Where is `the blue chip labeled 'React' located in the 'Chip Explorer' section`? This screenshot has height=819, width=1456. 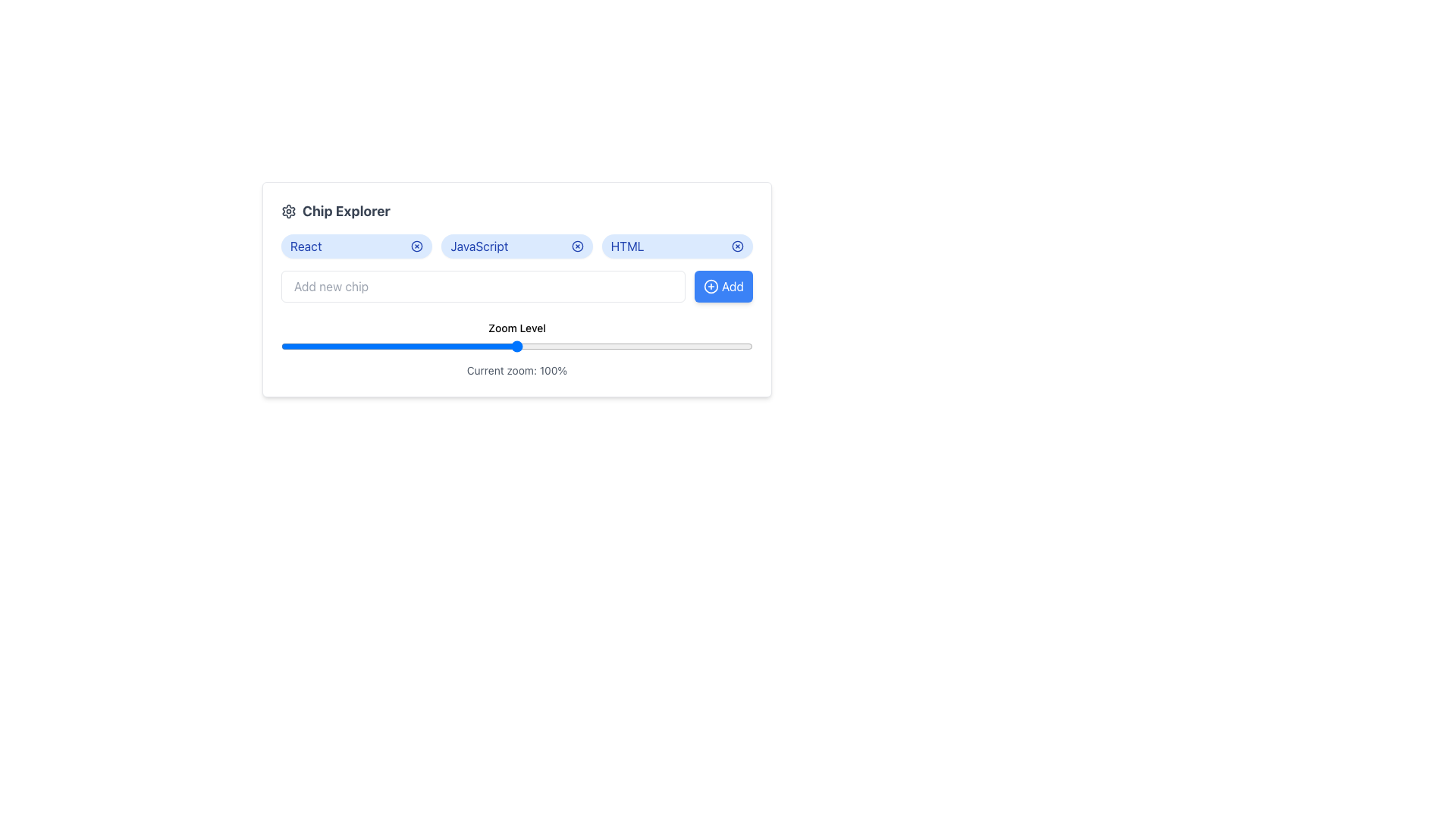 the blue chip labeled 'React' located in the 'Chip Explorer' section is located at coordinates (356, 245).